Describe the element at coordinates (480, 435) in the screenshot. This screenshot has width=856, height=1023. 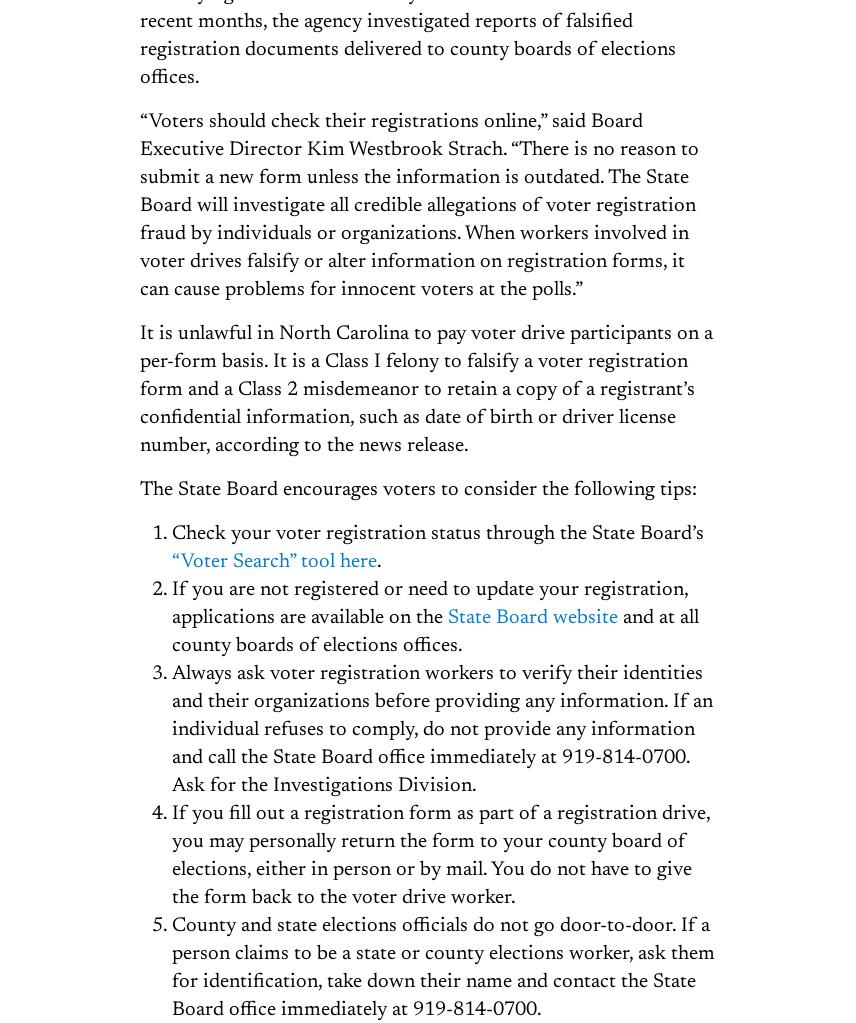
I see `'5/22/2023'` at that location.